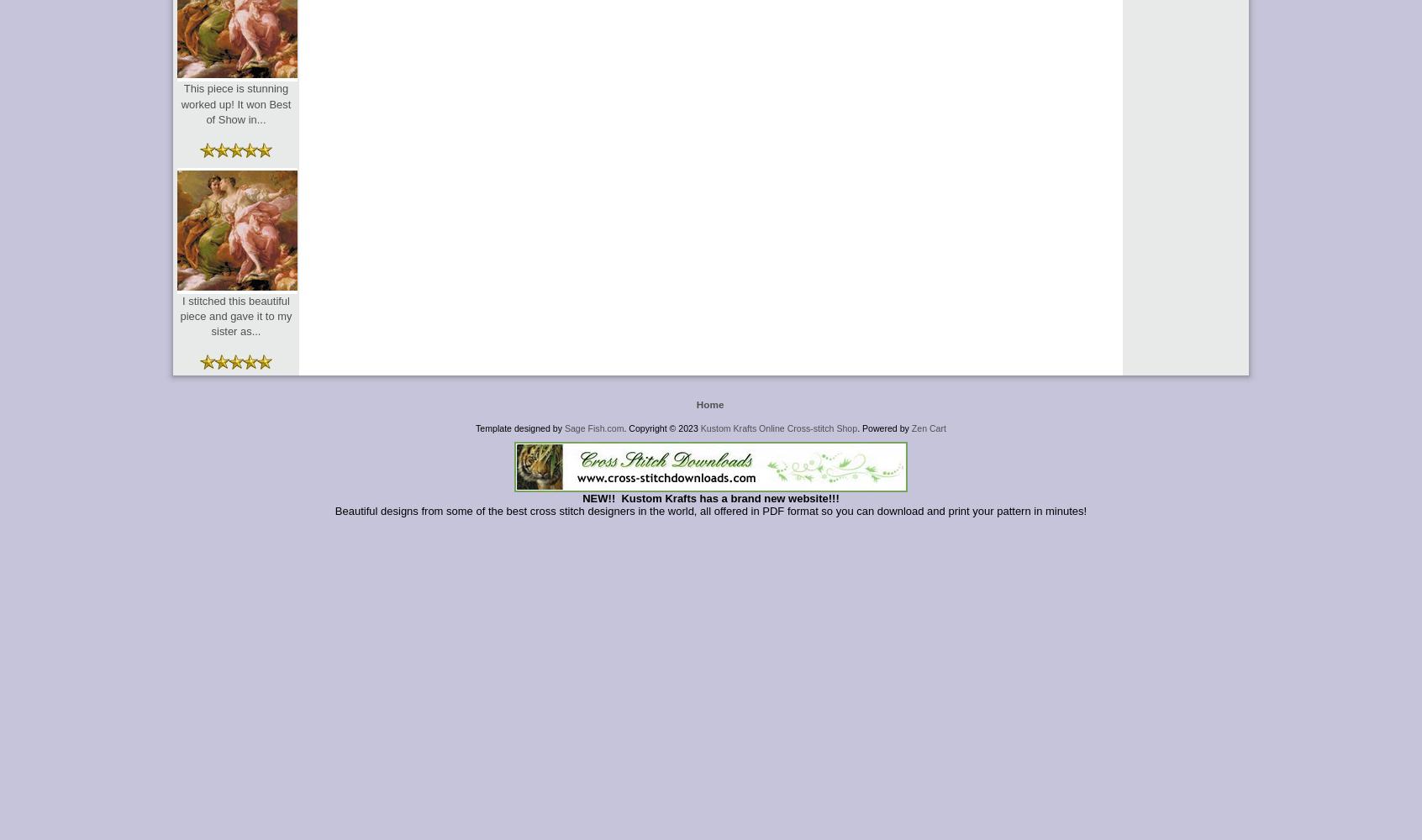  Describe the element at coordinates (661, 428) in the screenshot. I see `'. Copyright © 2023'` at that location.